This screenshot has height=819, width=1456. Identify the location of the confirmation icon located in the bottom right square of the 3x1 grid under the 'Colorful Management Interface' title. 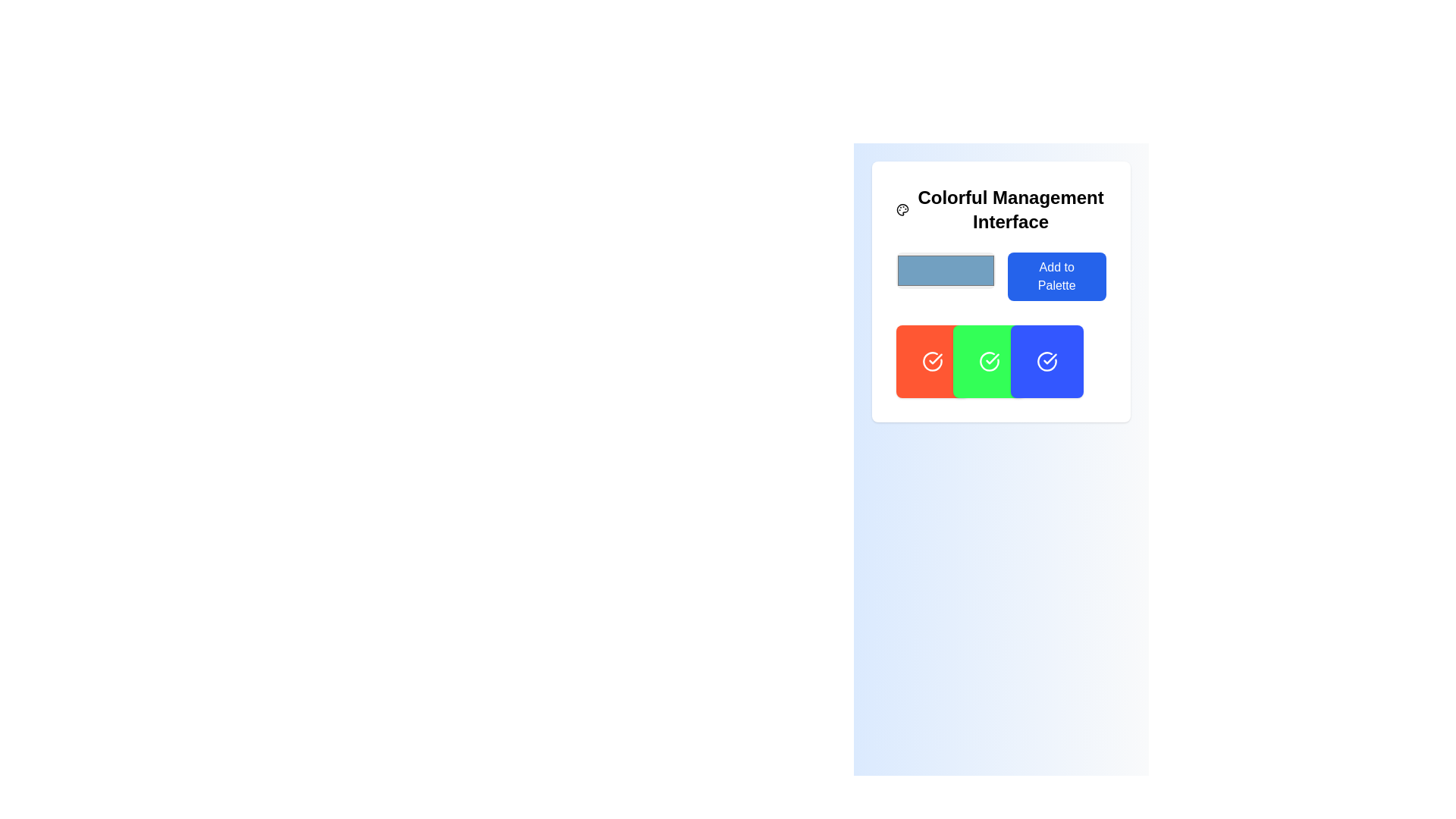
(1046, 362).